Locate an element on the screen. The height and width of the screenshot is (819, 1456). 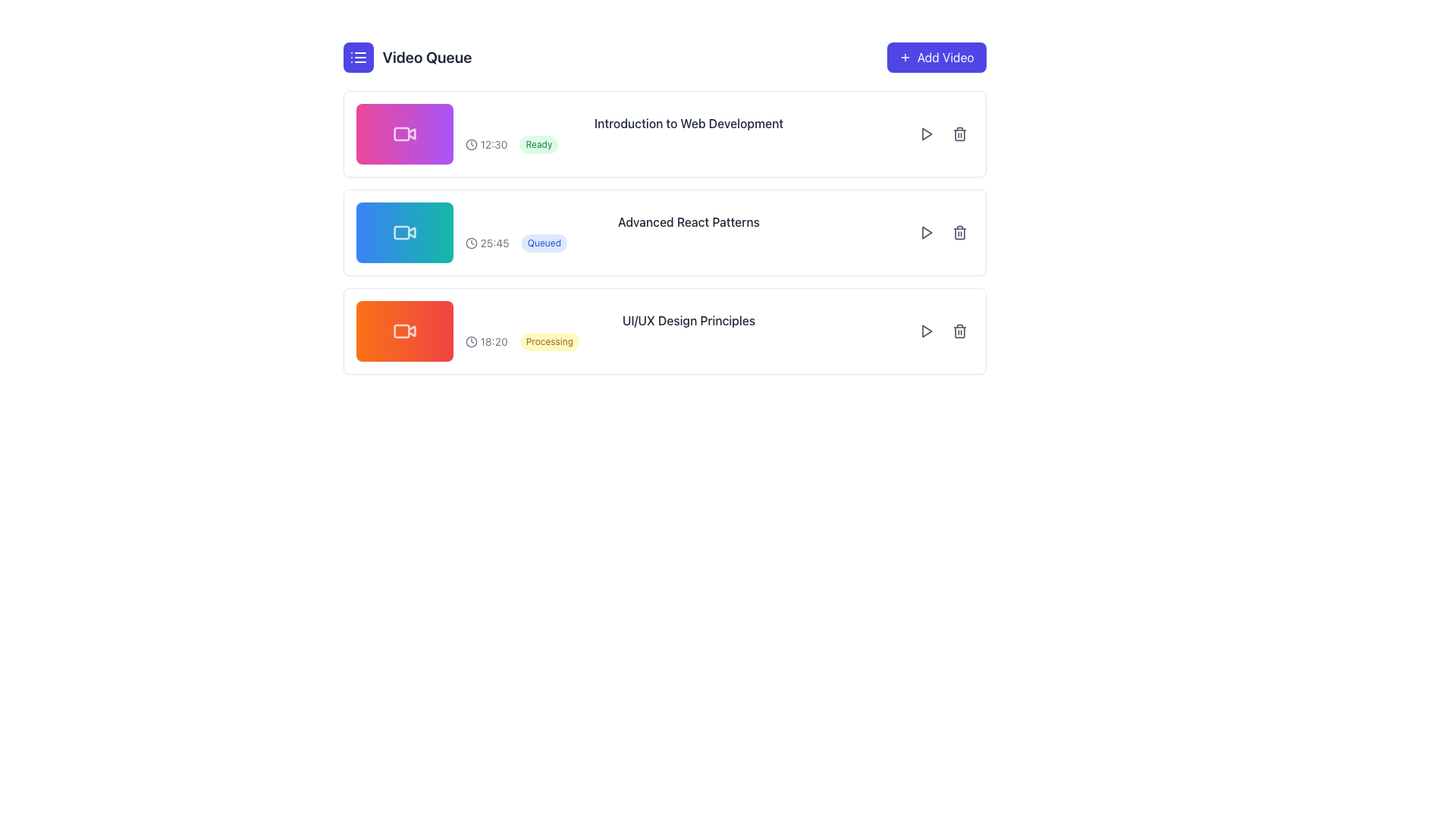
the clock icon, which is a small circular icon with two hands resembling a traditional analog clock, located to the left of the timestamp '18:20' in the third row of a vertical list of video entries is located at coordinates (470, 342).